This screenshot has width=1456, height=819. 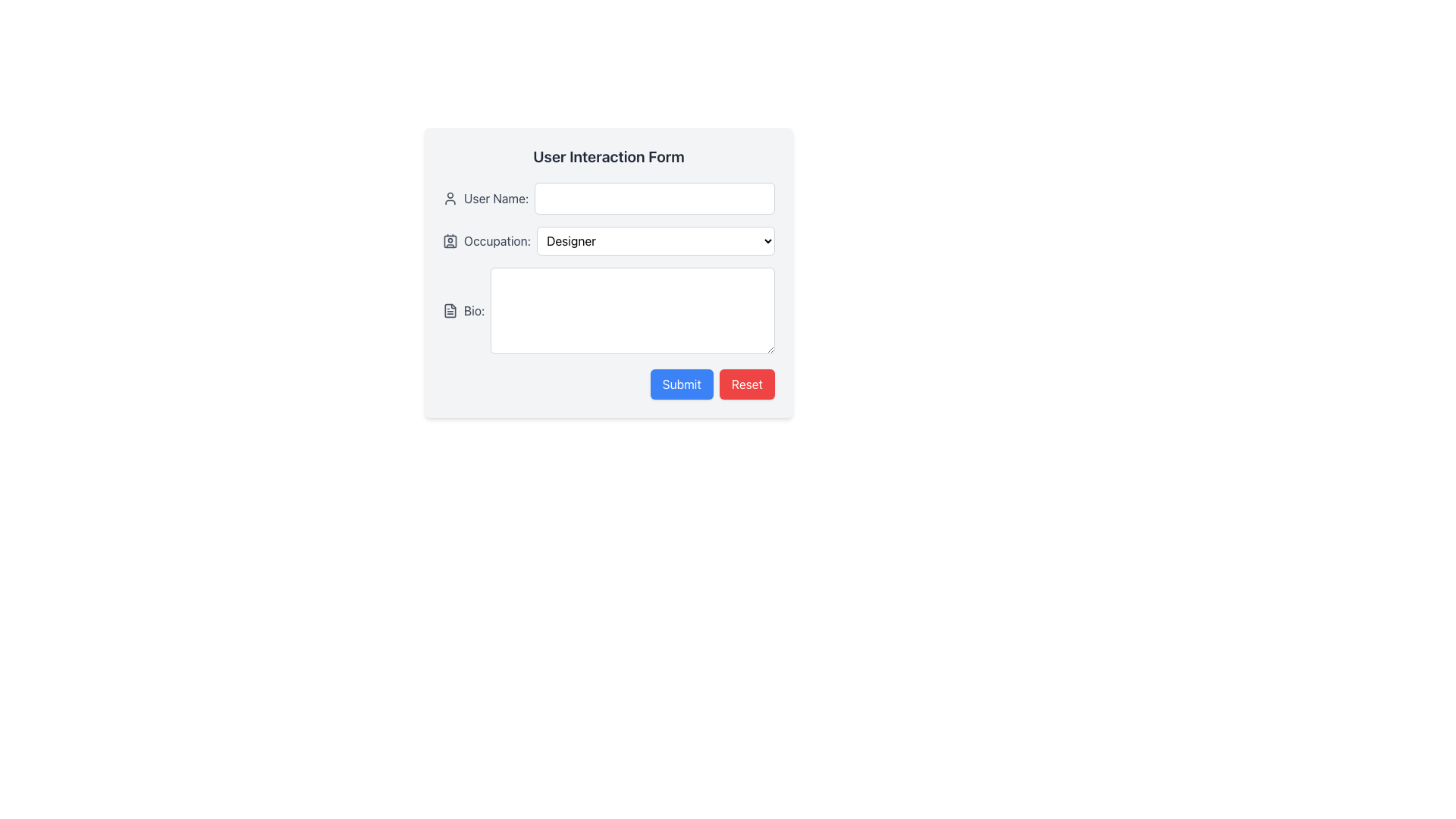 What do you see at coordinates (473, 309) in the screenshot?
I see `the Text Label for the biography input field located above the multiline text box in the Bio section of the user interaction form` at bounding box center [473, 309].